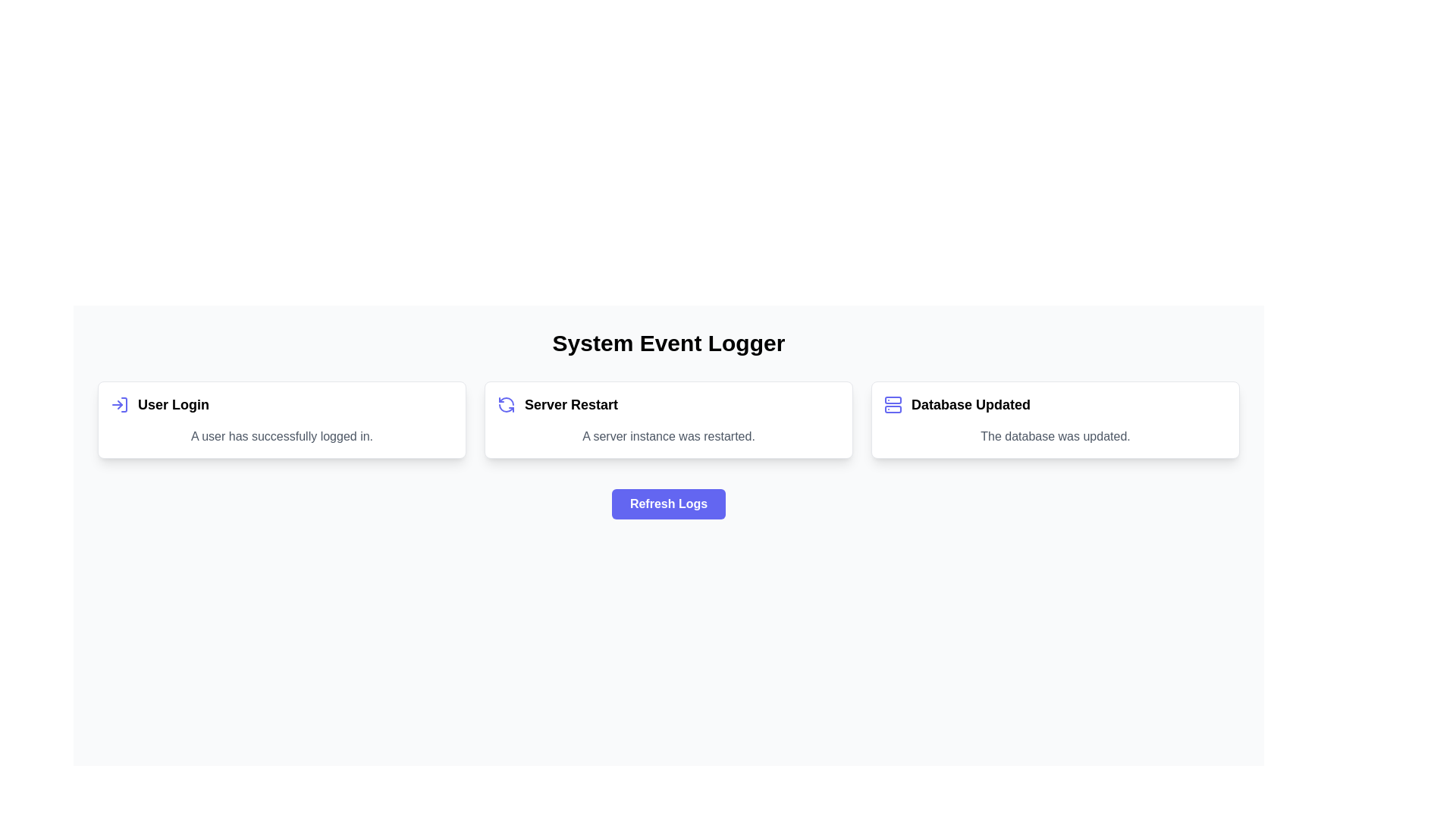 Image resolution: width=1456 pixels, height=819 pixels. I want to click on the 'User Login' icon positioned at the top-left corner of the 'User Login' card, aligned left to the text 'User Login', so click(119, 403).